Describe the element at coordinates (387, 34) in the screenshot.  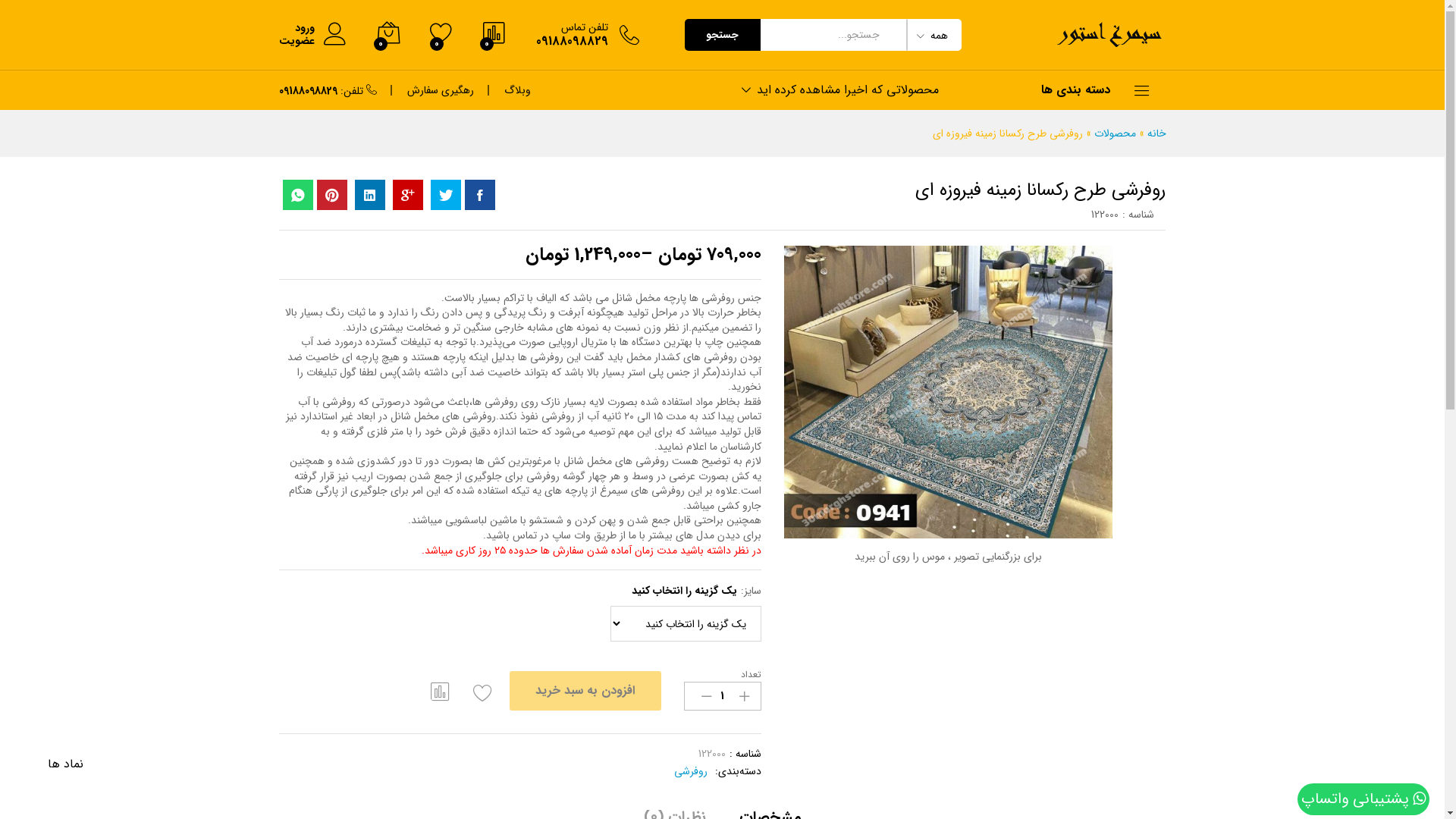
I see `'0'` at that location.